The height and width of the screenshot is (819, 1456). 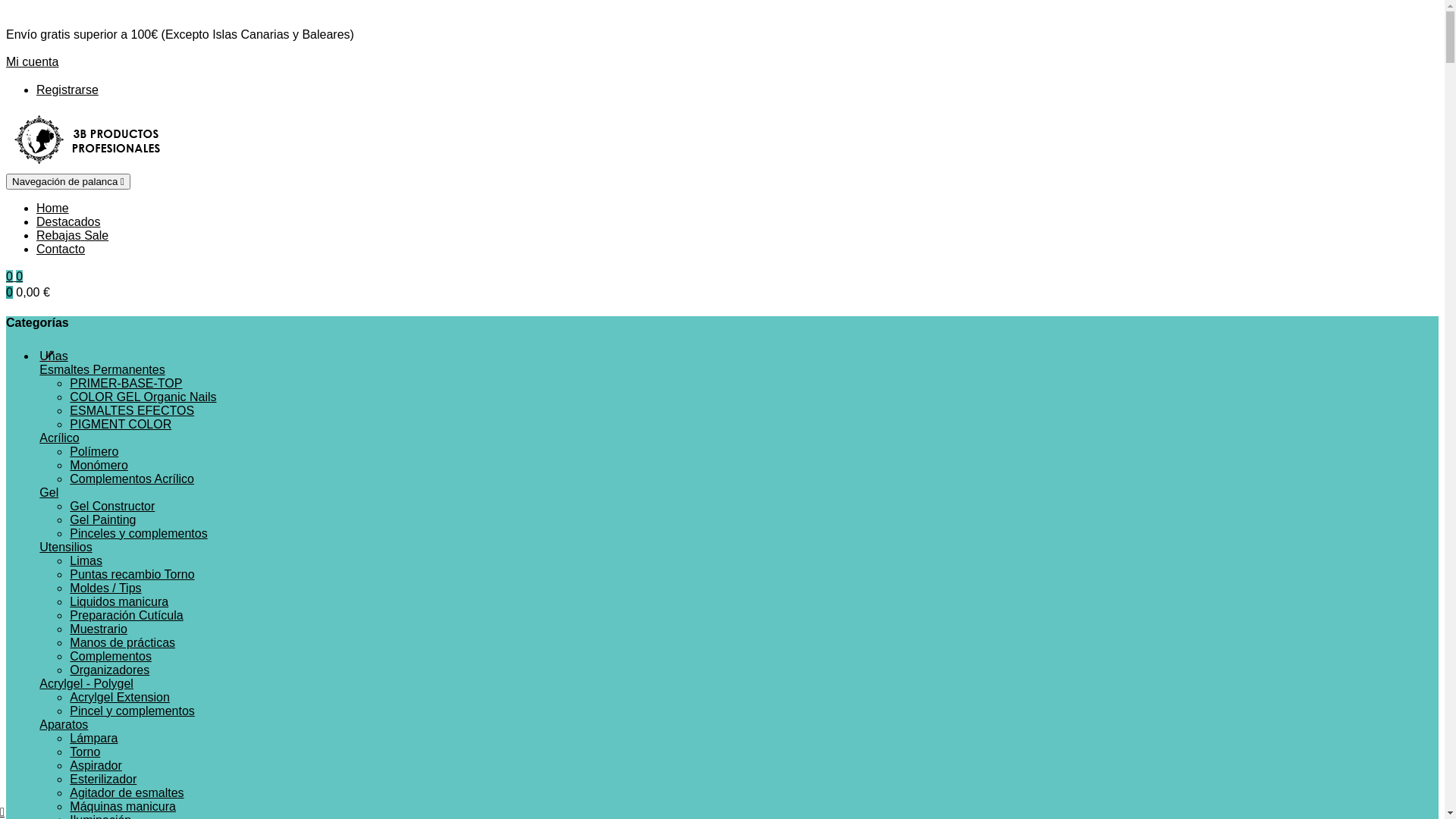 I want to click on 'Aparatos', so click(x=62, y=723).